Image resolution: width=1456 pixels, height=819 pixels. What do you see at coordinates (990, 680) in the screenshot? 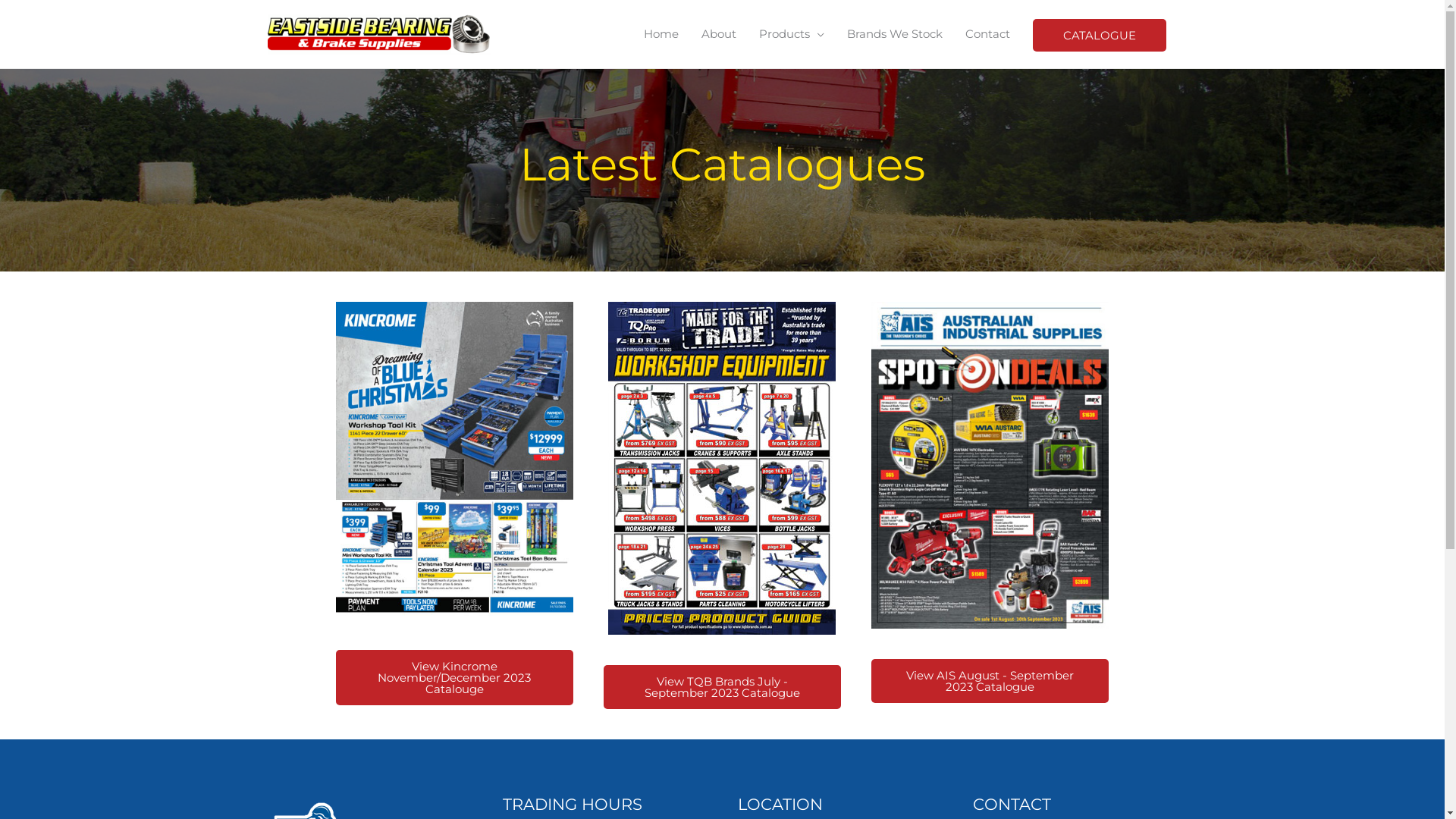
I see `'View AIS August - September 2023 Catalogue'` at bounding box center [990, 680].